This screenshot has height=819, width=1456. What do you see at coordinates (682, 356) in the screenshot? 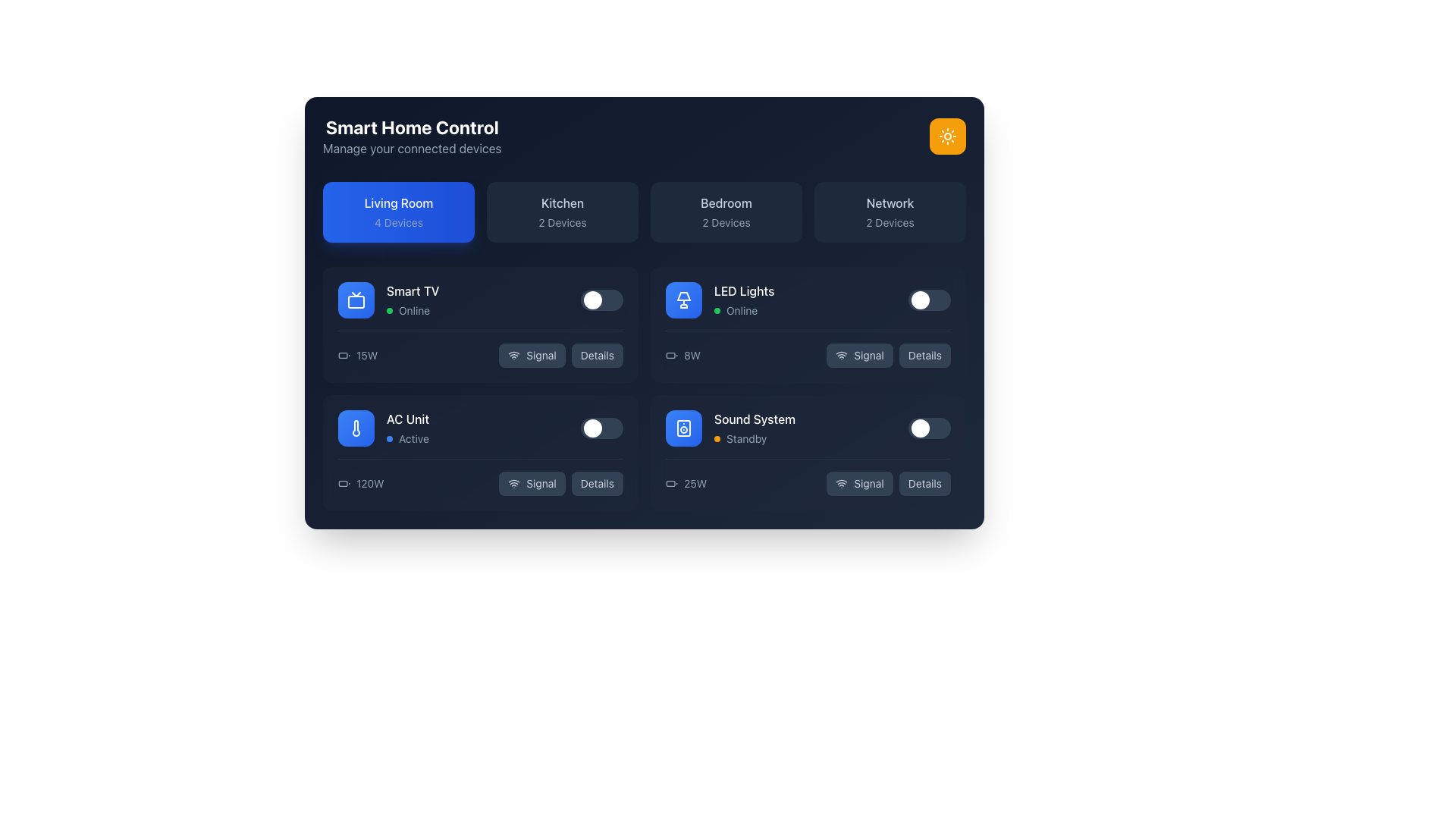
I see `the text indicating the power consumption of 8 watts for the 'LED Lights' device, which is located in the 'Living Room' section to the left of the 'Signal' button` at bounding box center [682, 356].